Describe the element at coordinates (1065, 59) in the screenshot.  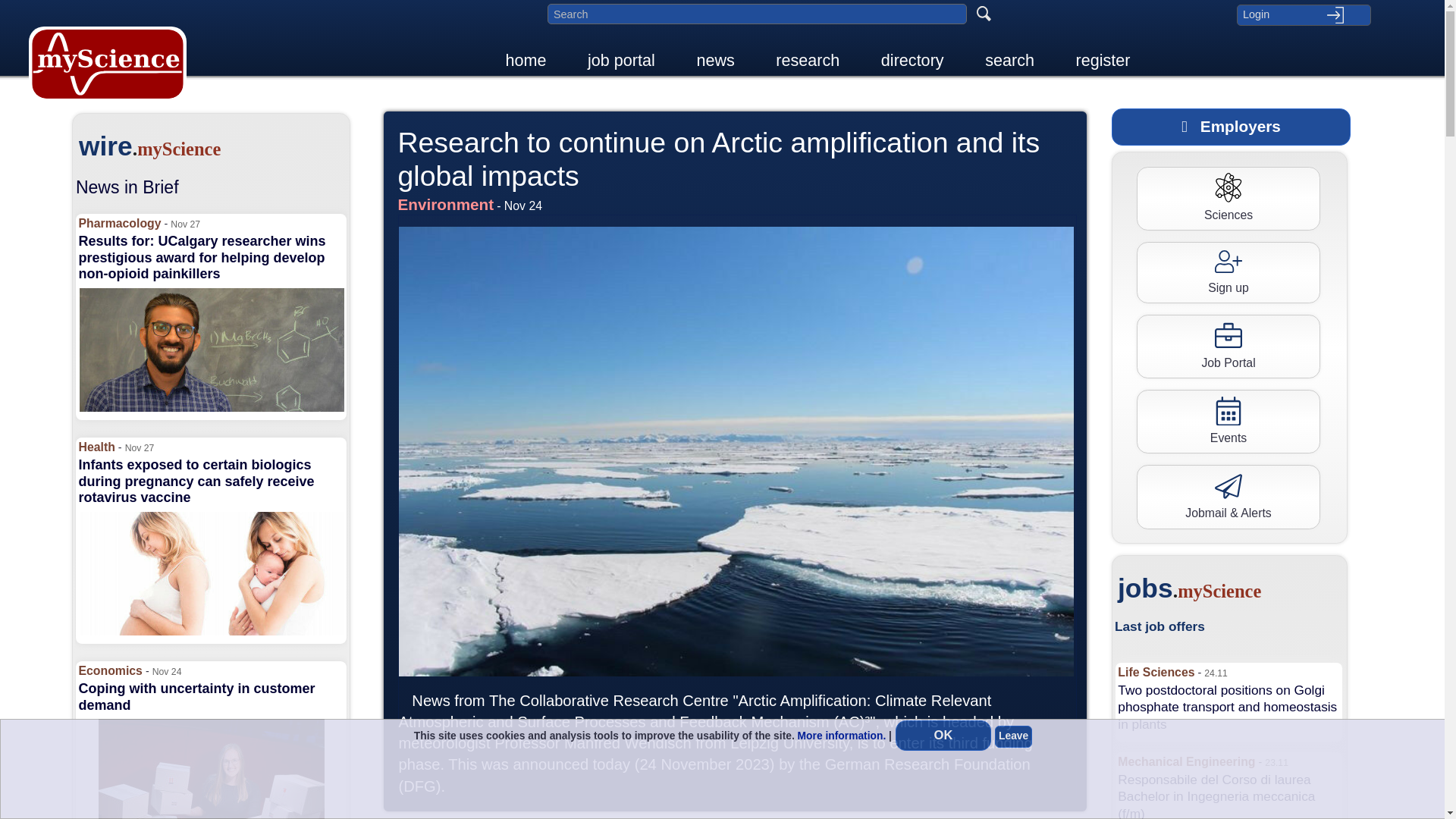
I see `'register'` at that location.